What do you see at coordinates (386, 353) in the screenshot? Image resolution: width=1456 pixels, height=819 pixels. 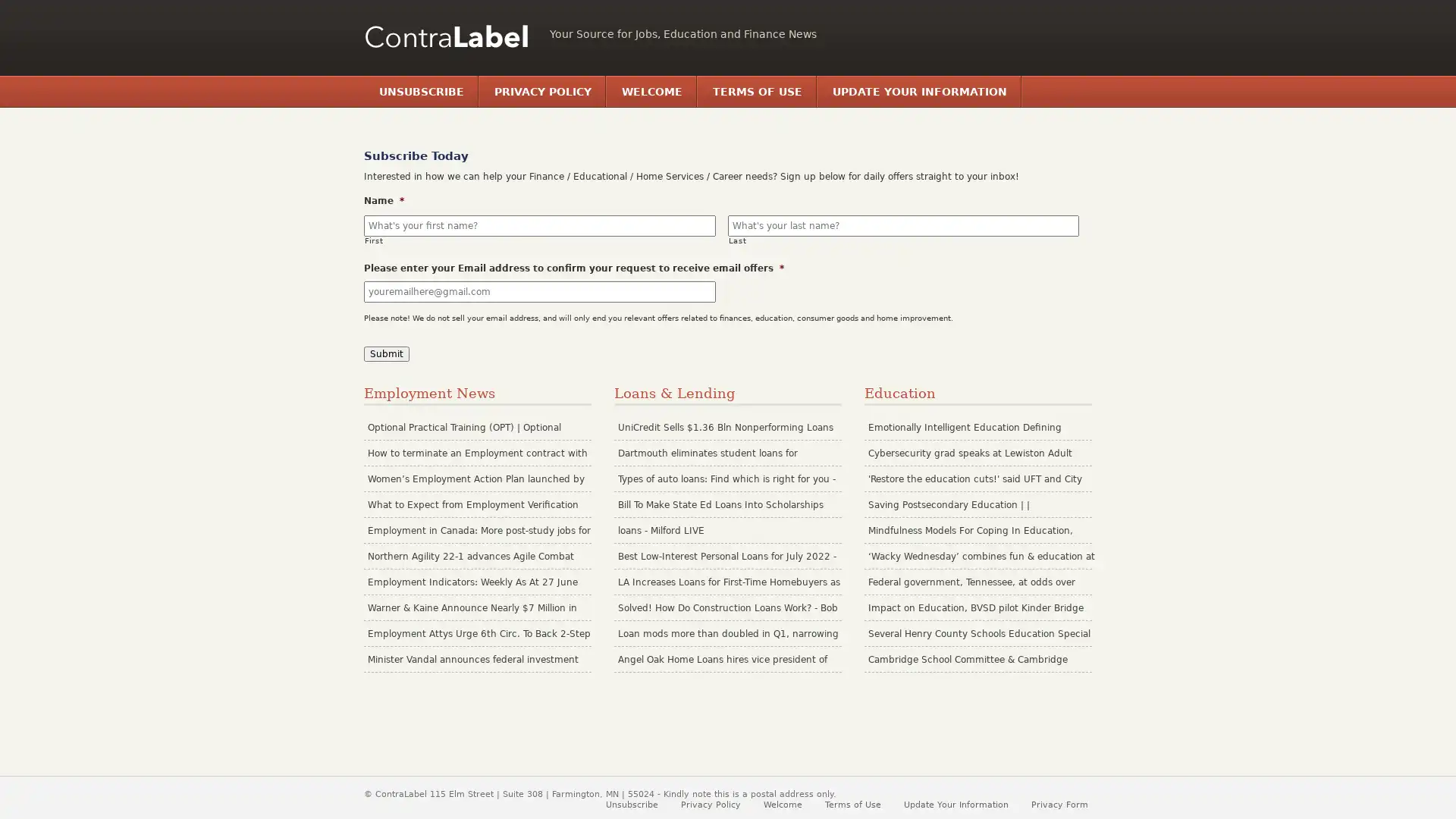 I see `Submit` at bounding box center [386, 353].